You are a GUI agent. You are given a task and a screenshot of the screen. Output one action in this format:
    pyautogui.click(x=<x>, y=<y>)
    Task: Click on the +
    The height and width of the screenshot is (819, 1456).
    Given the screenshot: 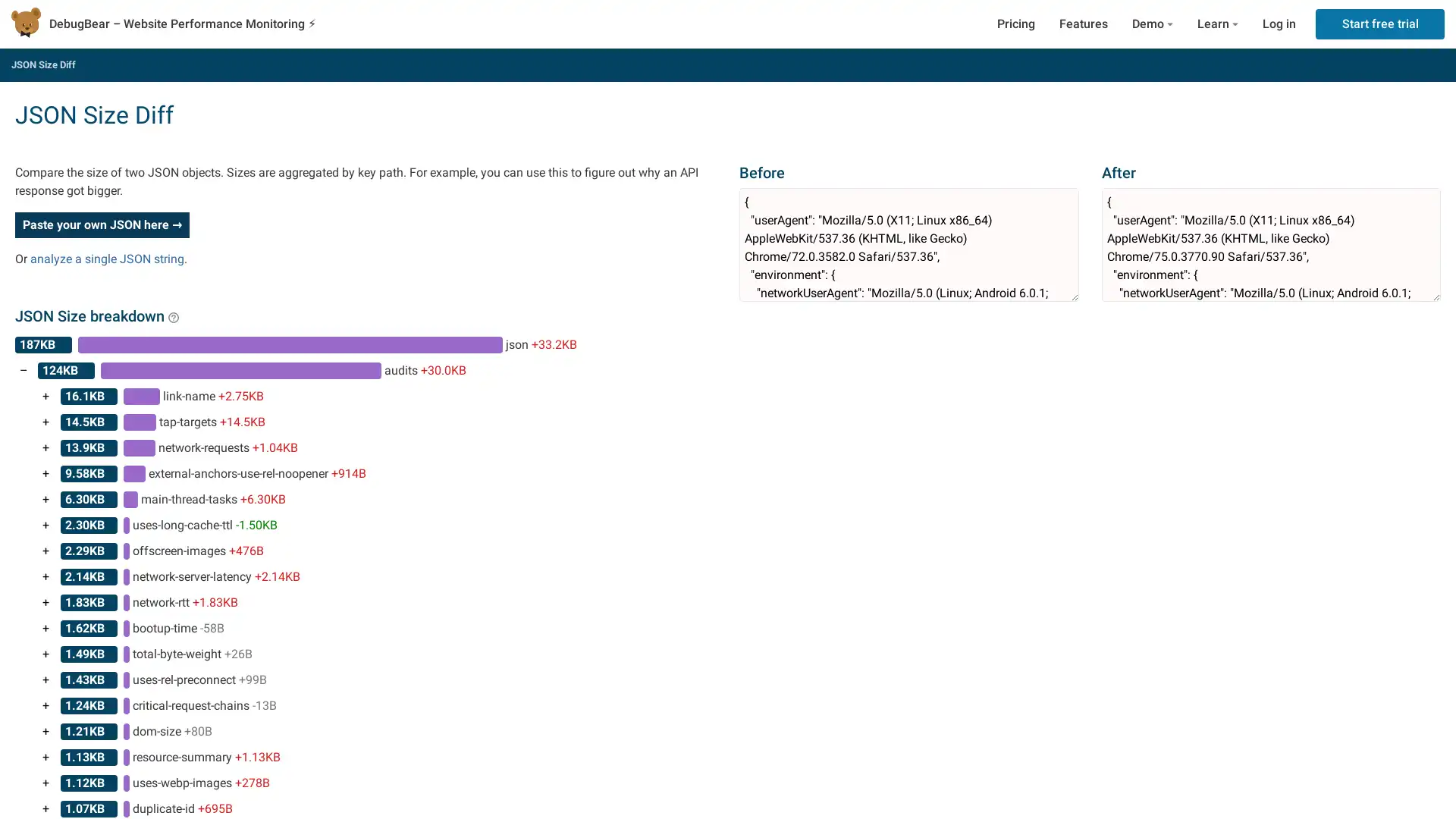 What is the action you would take?
    pyautogui.click(x=45, y=783)
    